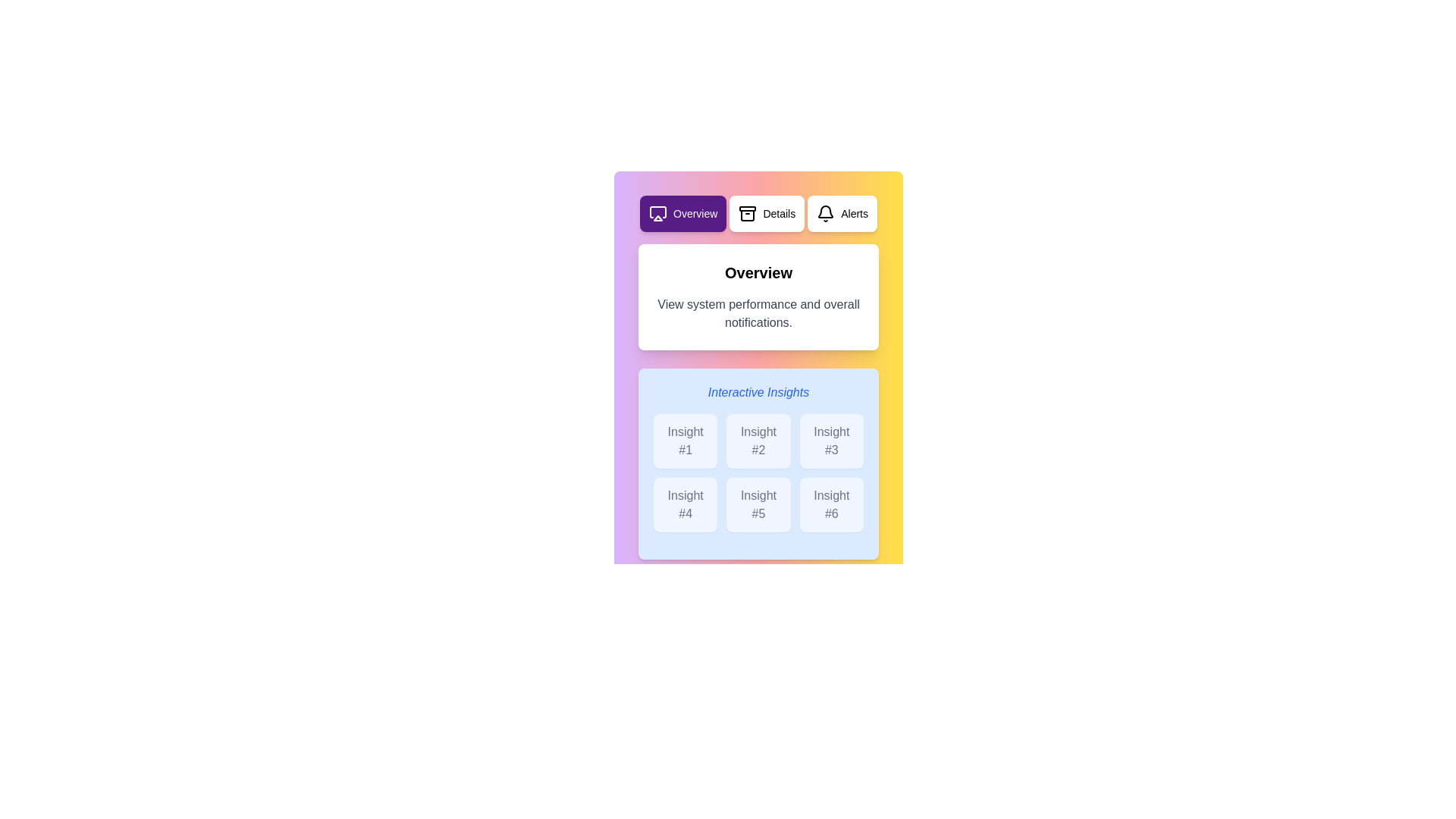  What do you see at coordinates (767, 213) in the screenshot?
I see `the Details tab to view its content` at bounding box center [767, 213].